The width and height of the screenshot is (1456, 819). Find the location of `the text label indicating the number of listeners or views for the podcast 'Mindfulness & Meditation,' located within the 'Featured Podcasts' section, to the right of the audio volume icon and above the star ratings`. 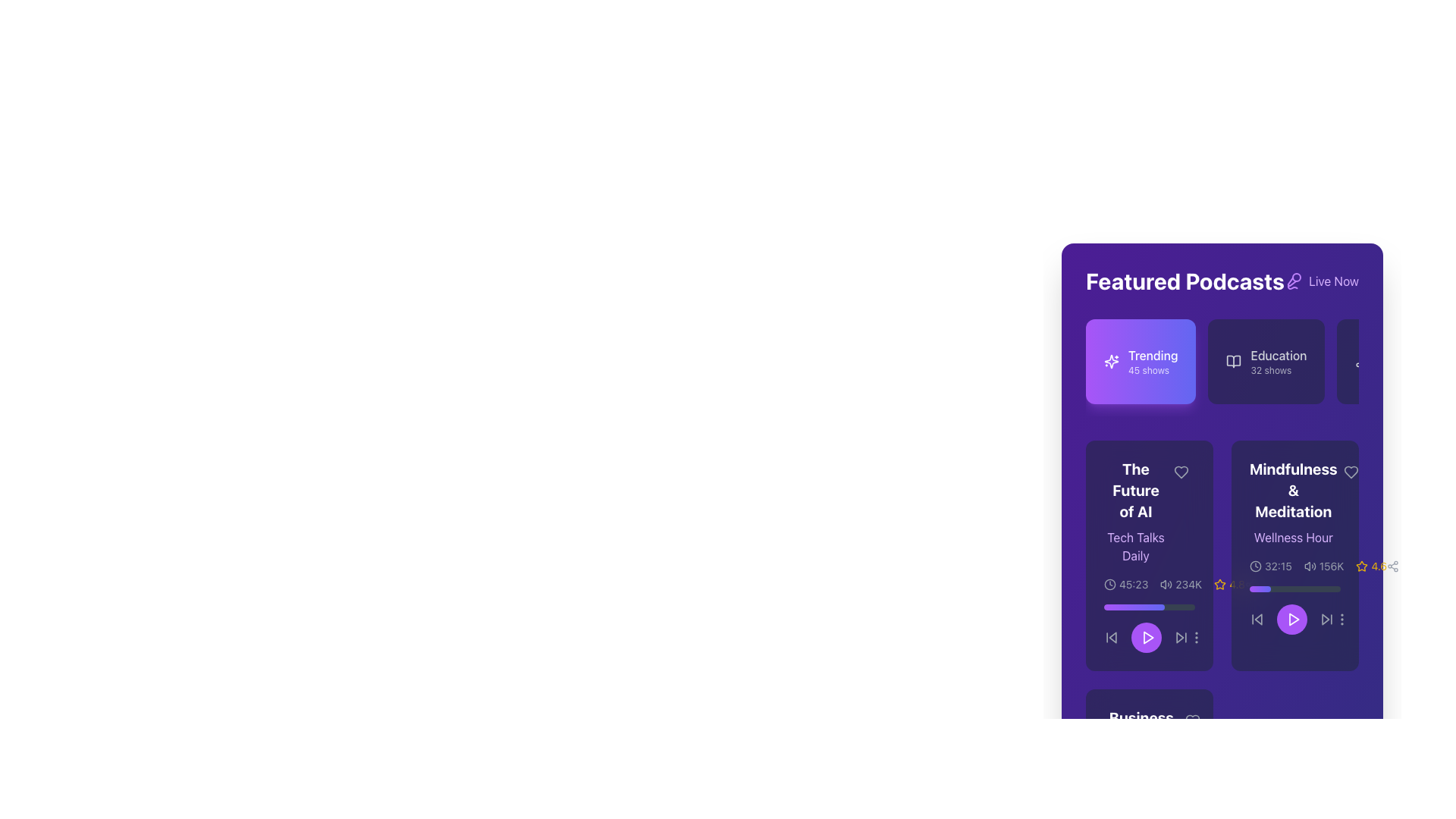

the text label indicating the number of listeners or views for the podcast 'Mindfulness & Meditation,' located within the 'Featured Podcasts' section, to the right of the audio volume icon and above the star ratings is located at coordinates (1331, 566).